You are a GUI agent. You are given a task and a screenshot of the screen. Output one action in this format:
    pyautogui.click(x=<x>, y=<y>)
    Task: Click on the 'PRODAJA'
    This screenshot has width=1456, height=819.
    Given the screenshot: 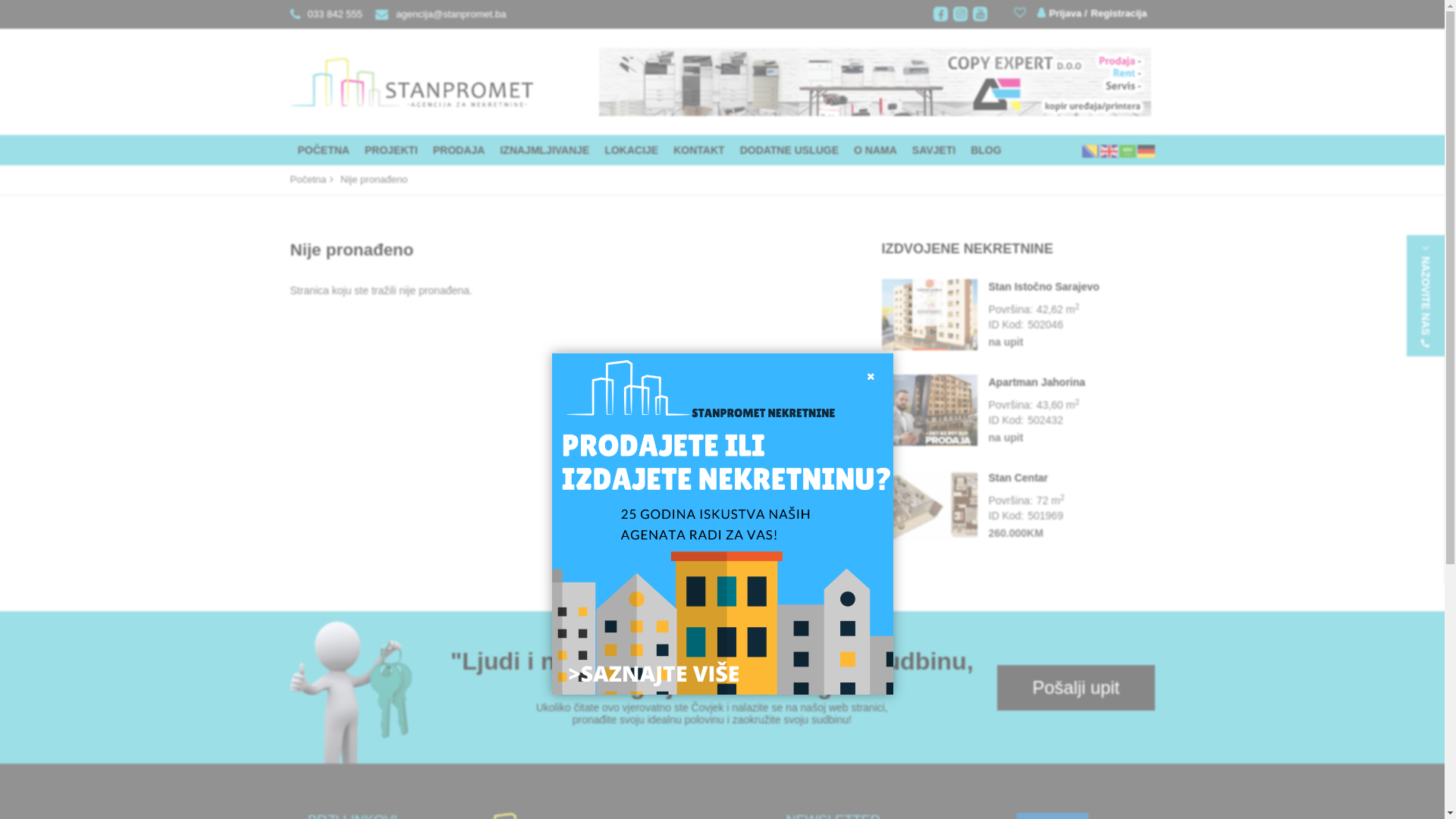 What is the action you would take?
    pyautogui.click(x=457, y=149)
    